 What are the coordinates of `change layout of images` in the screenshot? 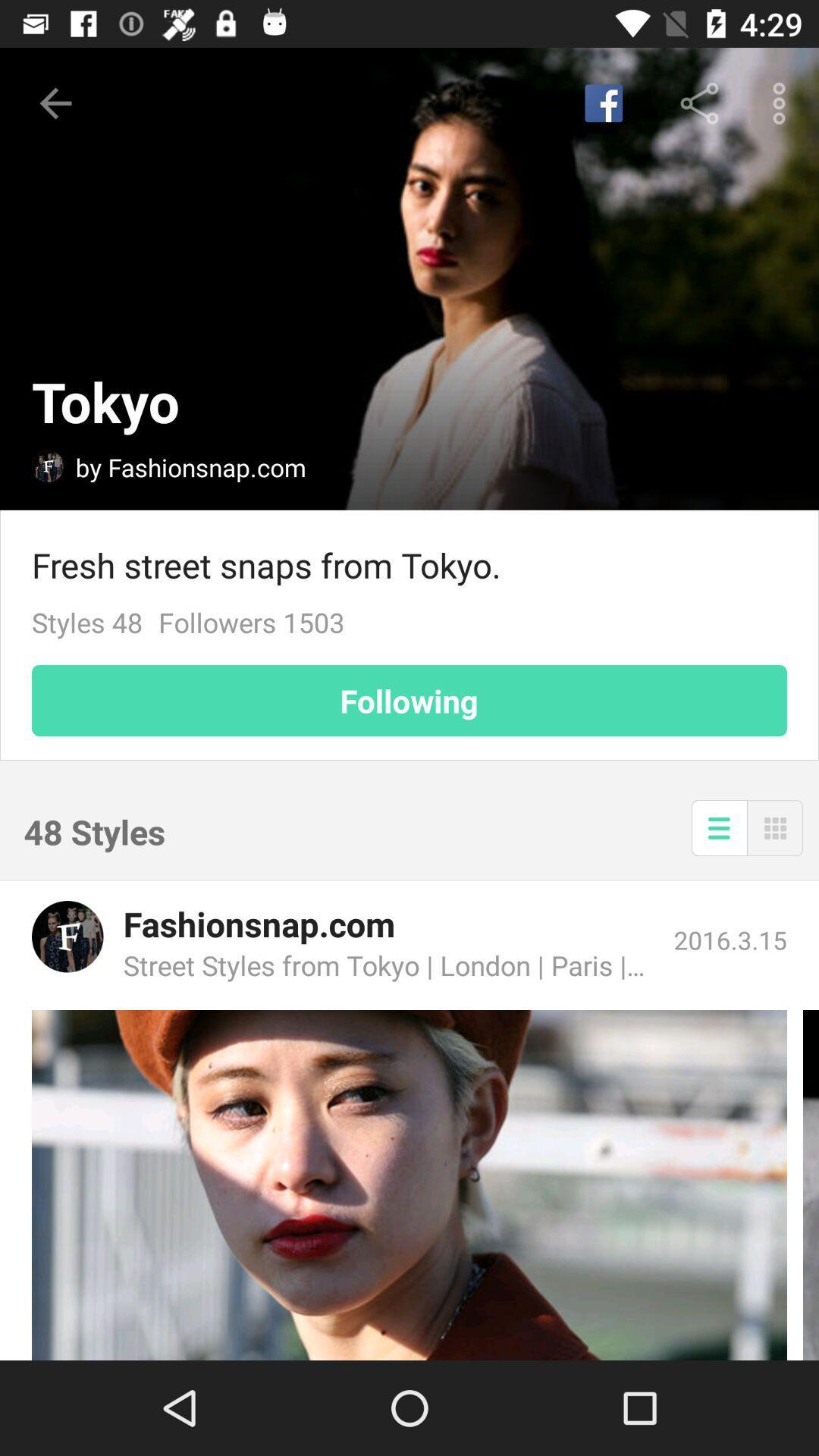 It's located at (775, 827).